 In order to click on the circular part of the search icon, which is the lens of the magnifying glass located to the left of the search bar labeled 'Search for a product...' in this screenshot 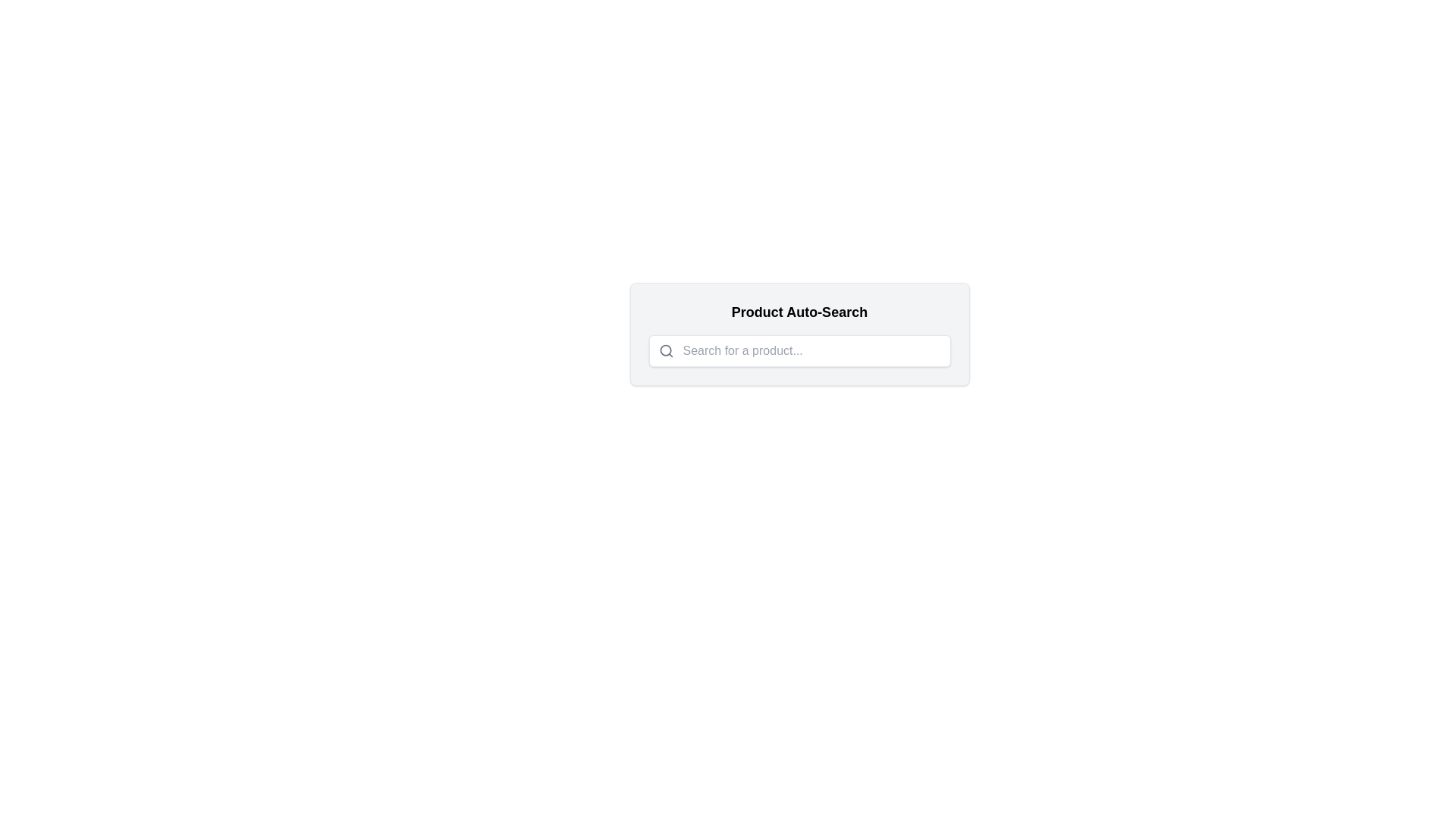, I will do `click(665, 350)`.